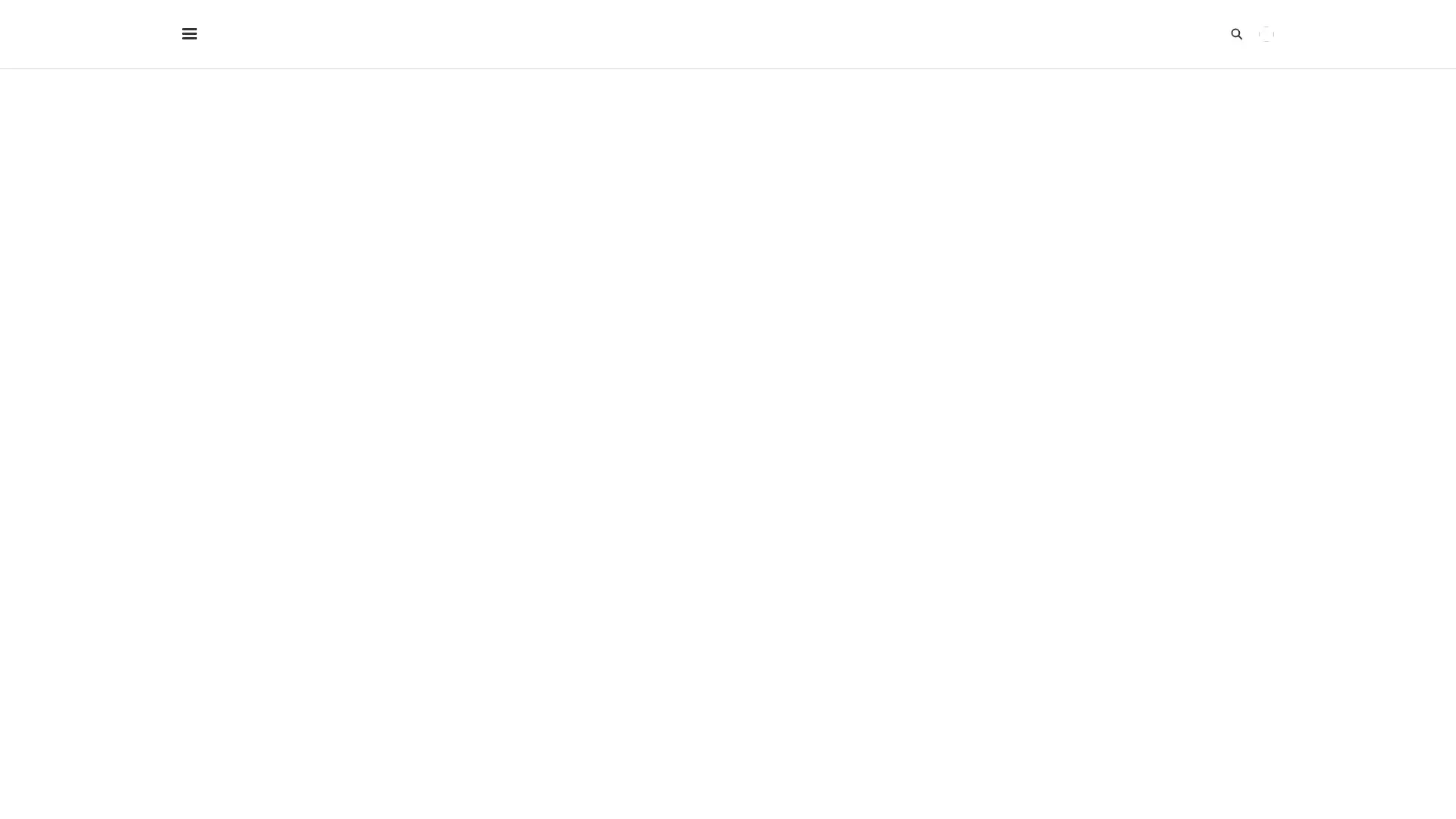  What do you see at coordinates (453, 315) in the screenshot?
I see `Submit` at bounding box center [453, 315].